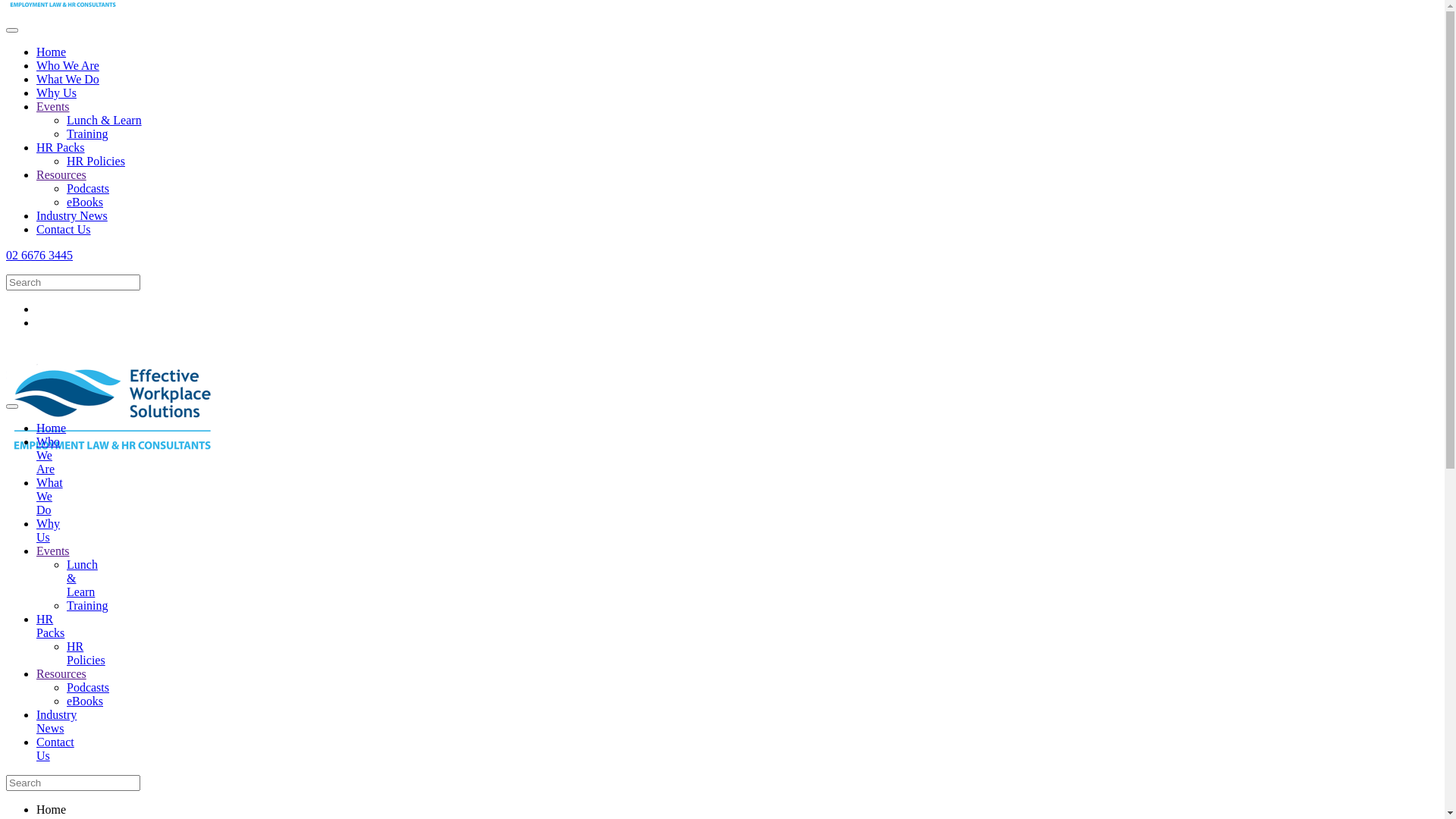 This screenshot has width=1456, height=819. Describe the element at coordinates (36, 64) in the screenshot. I see `'Who We Are'` at that location.